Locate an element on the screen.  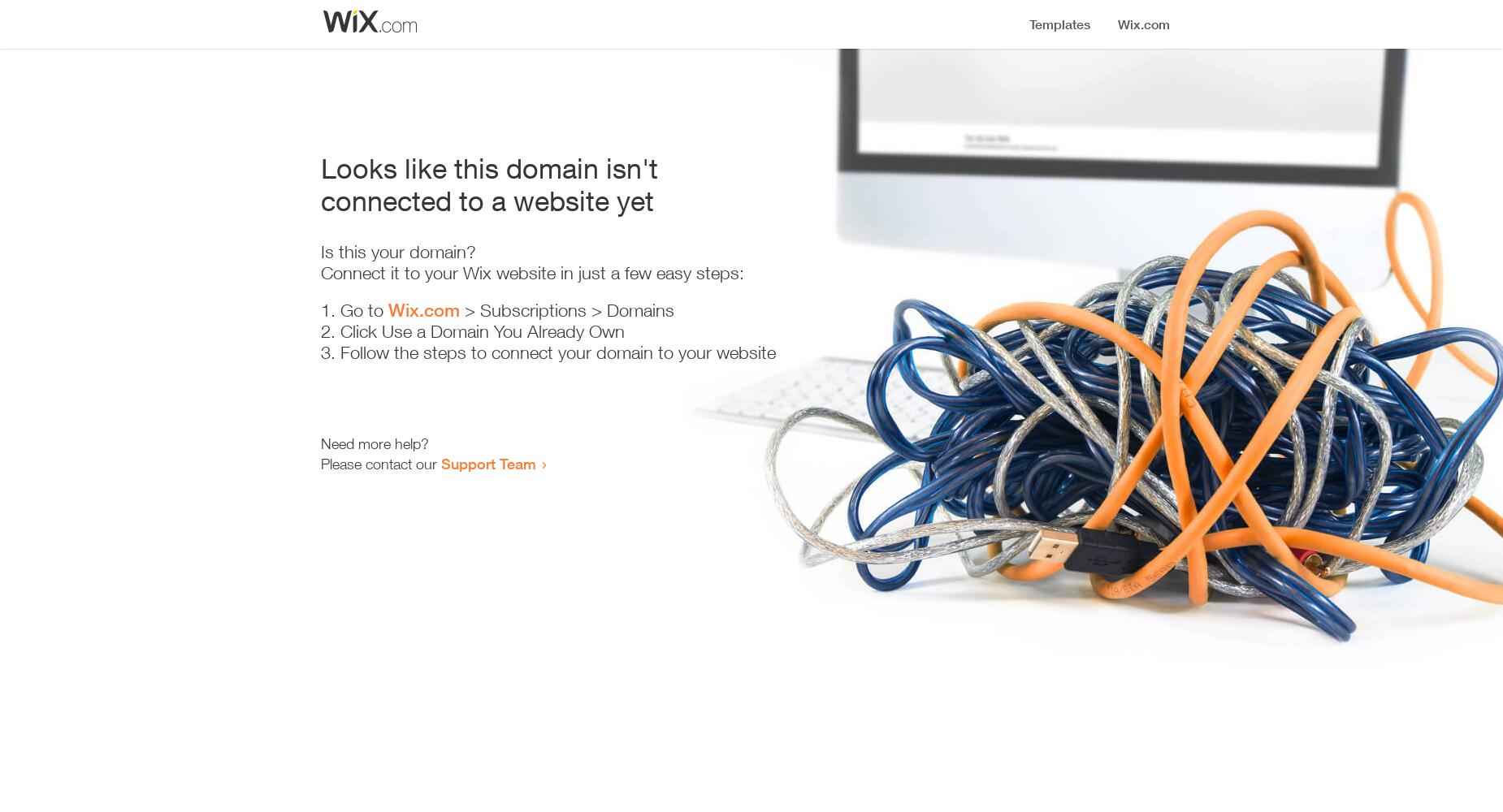
'Is this your domain?' is located at coordinates (398, 252).